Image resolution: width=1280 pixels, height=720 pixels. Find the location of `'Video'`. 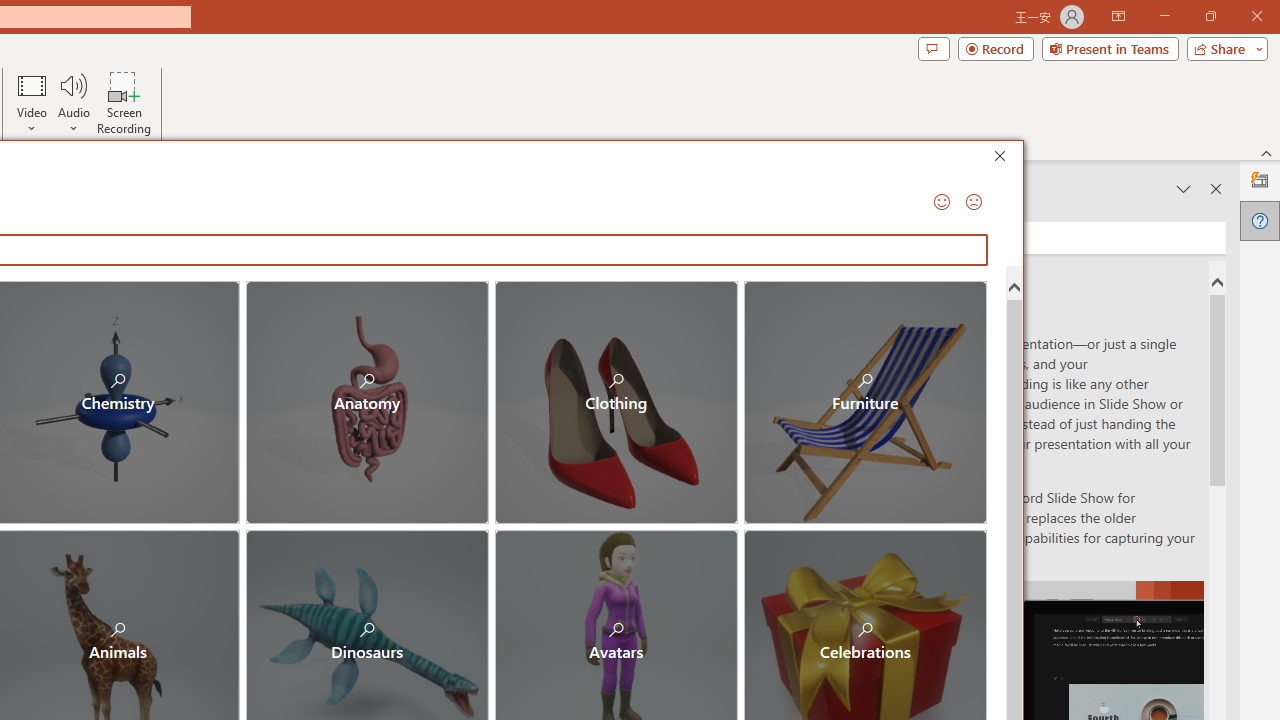

'Video' is located at coordinates (32, 103).